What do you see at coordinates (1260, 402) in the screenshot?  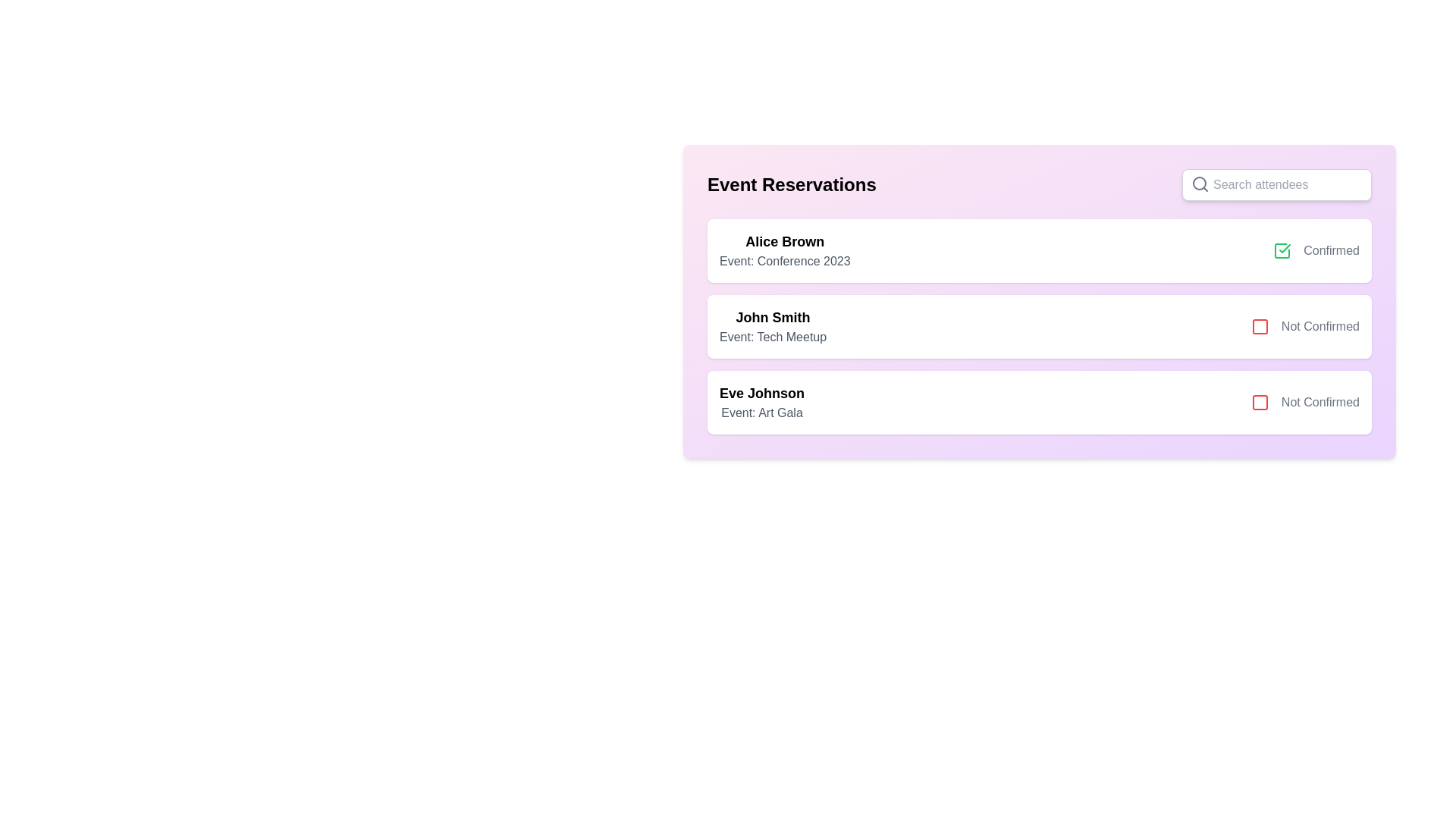 I see `the 'Not Confirmed' status icon for attendee 'Eve Johnson' located in the 'Event Reservations' section, which is the second status icon in the list` at bounding box center [1260, 402].